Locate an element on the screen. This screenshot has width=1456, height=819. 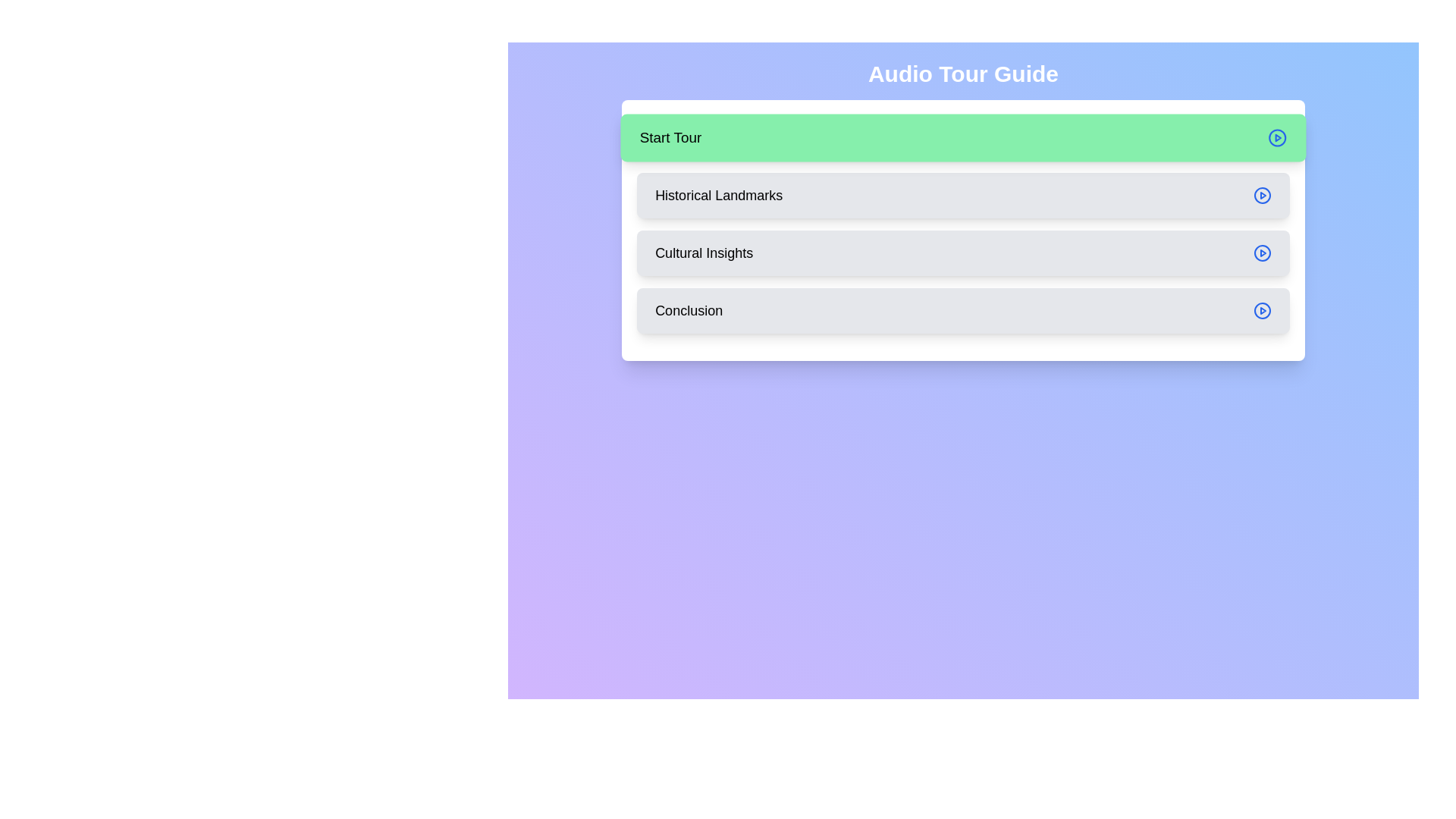
the Start Tour step in the audio tour is located at coordinates (962, 137).